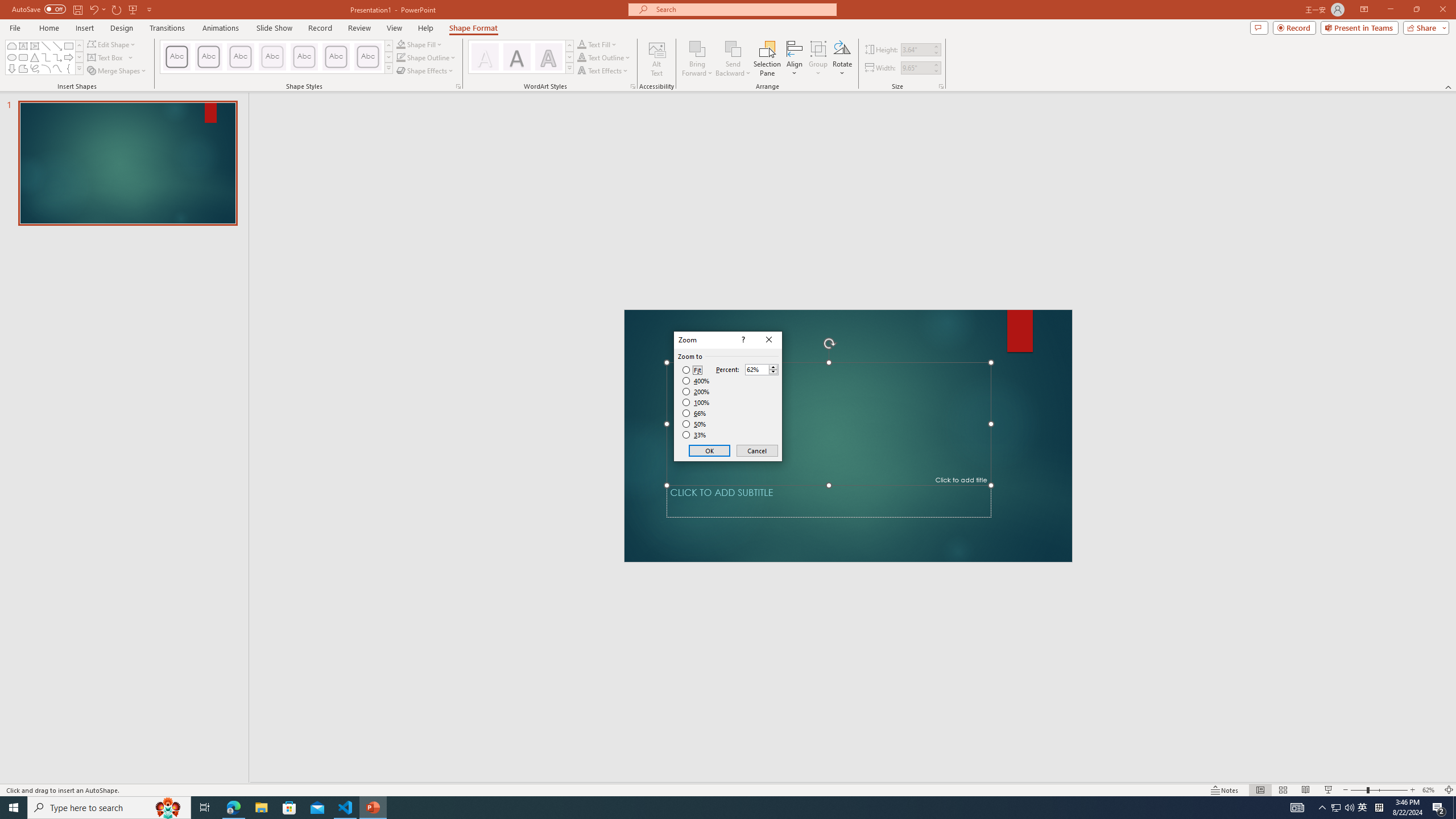 This screenshot has height=819, width=1456. What do you see at coordinates (941, 85) in the screenshot?
I see `'Size and Position...'` at bounding box center [941, 85].